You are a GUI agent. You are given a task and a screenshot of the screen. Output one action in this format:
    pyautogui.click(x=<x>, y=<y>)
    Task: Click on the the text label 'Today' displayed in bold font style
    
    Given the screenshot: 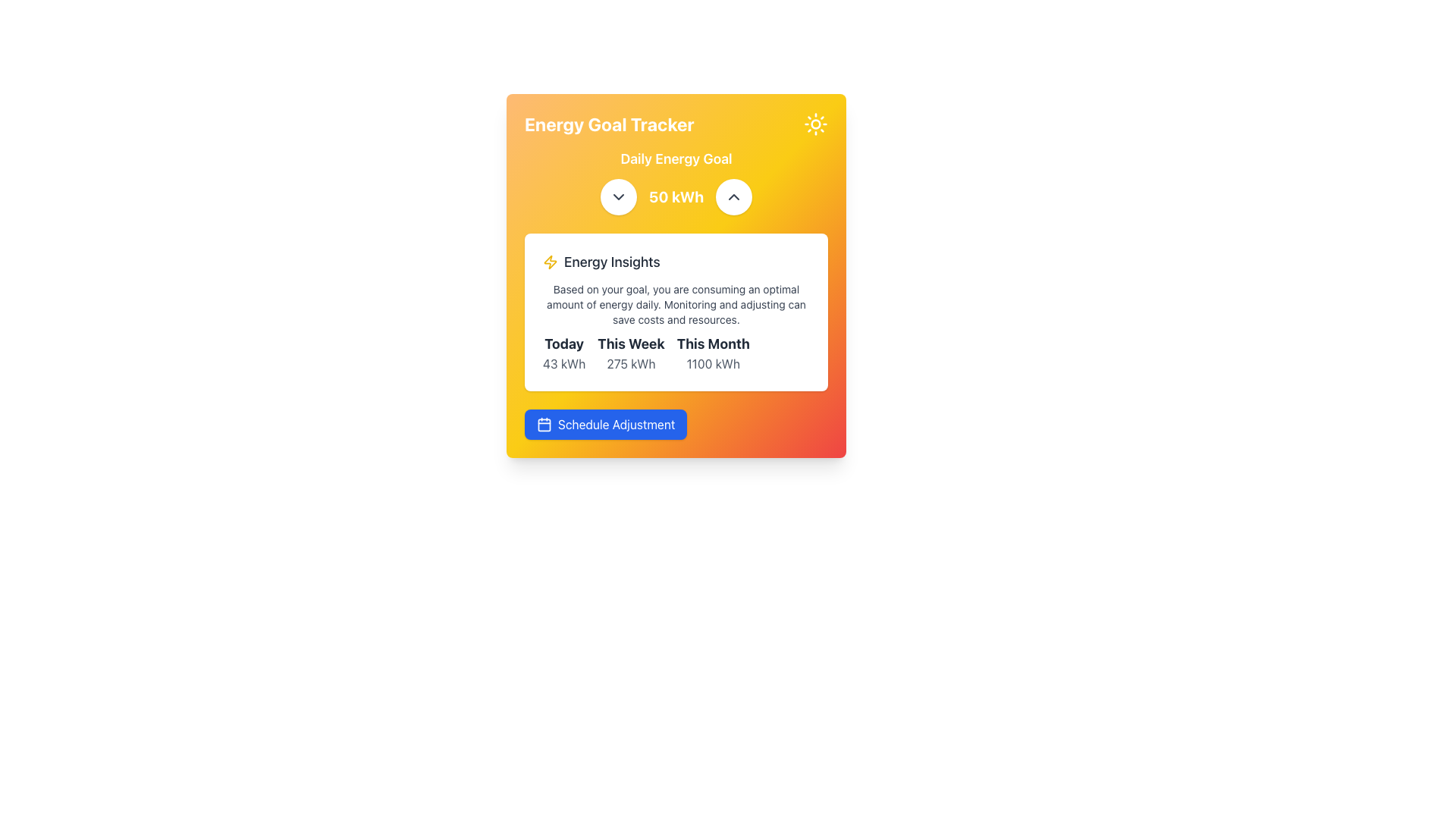 What is the action you would take?
    pyautogui.click(x=563, y=344)
    